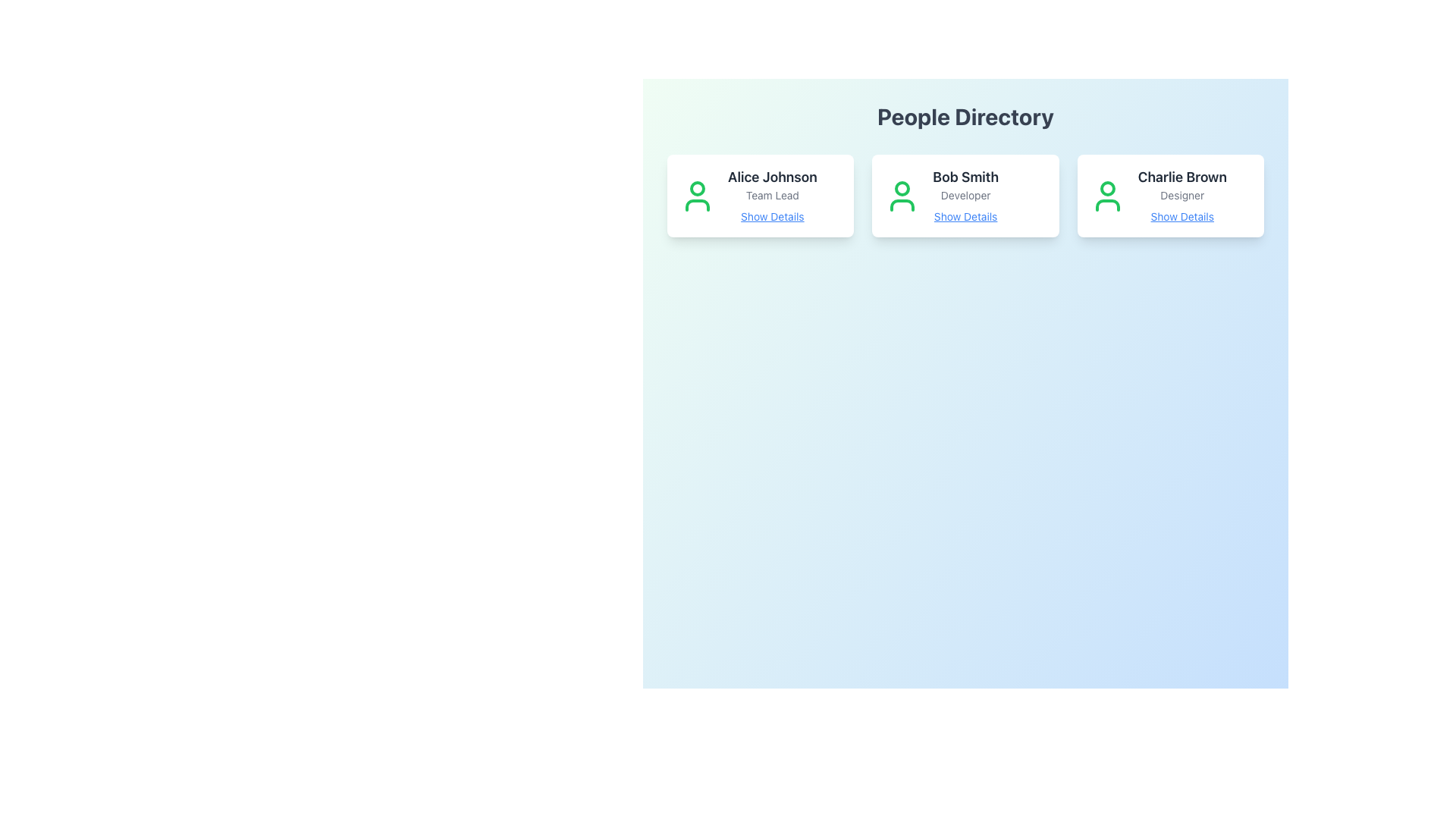 This screenshot has width=1456, height=819. Describe the element at coordinates (1181, 195) in the screenshot. I see `the text label that displays the job title or role description, located in the rightmost card of the 'People Directory' interface, positioned vertically between 'Charlie Brown' and 'Show Details'` at that location.